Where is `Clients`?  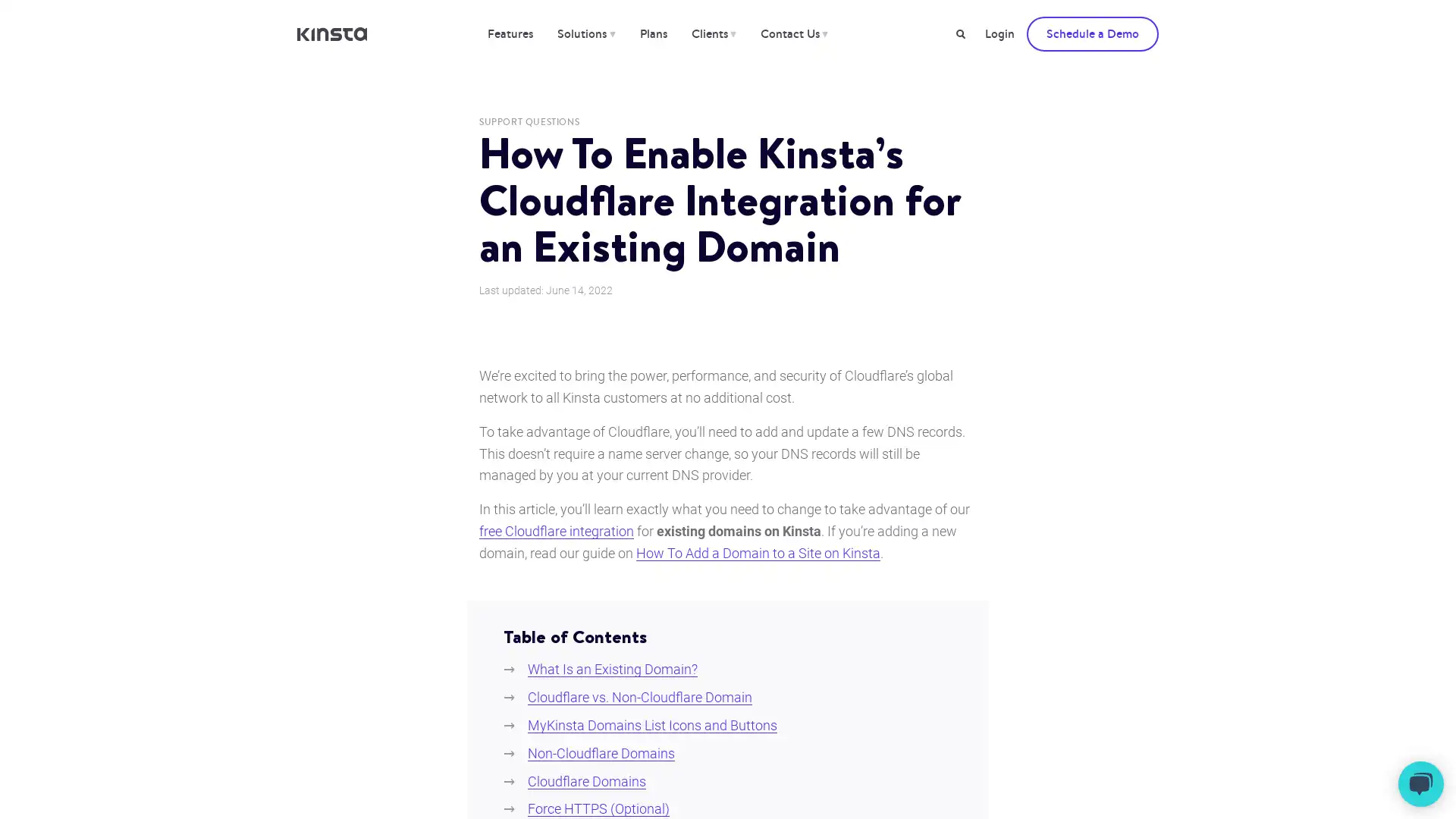 Clients is located at coordinates (712, 33).